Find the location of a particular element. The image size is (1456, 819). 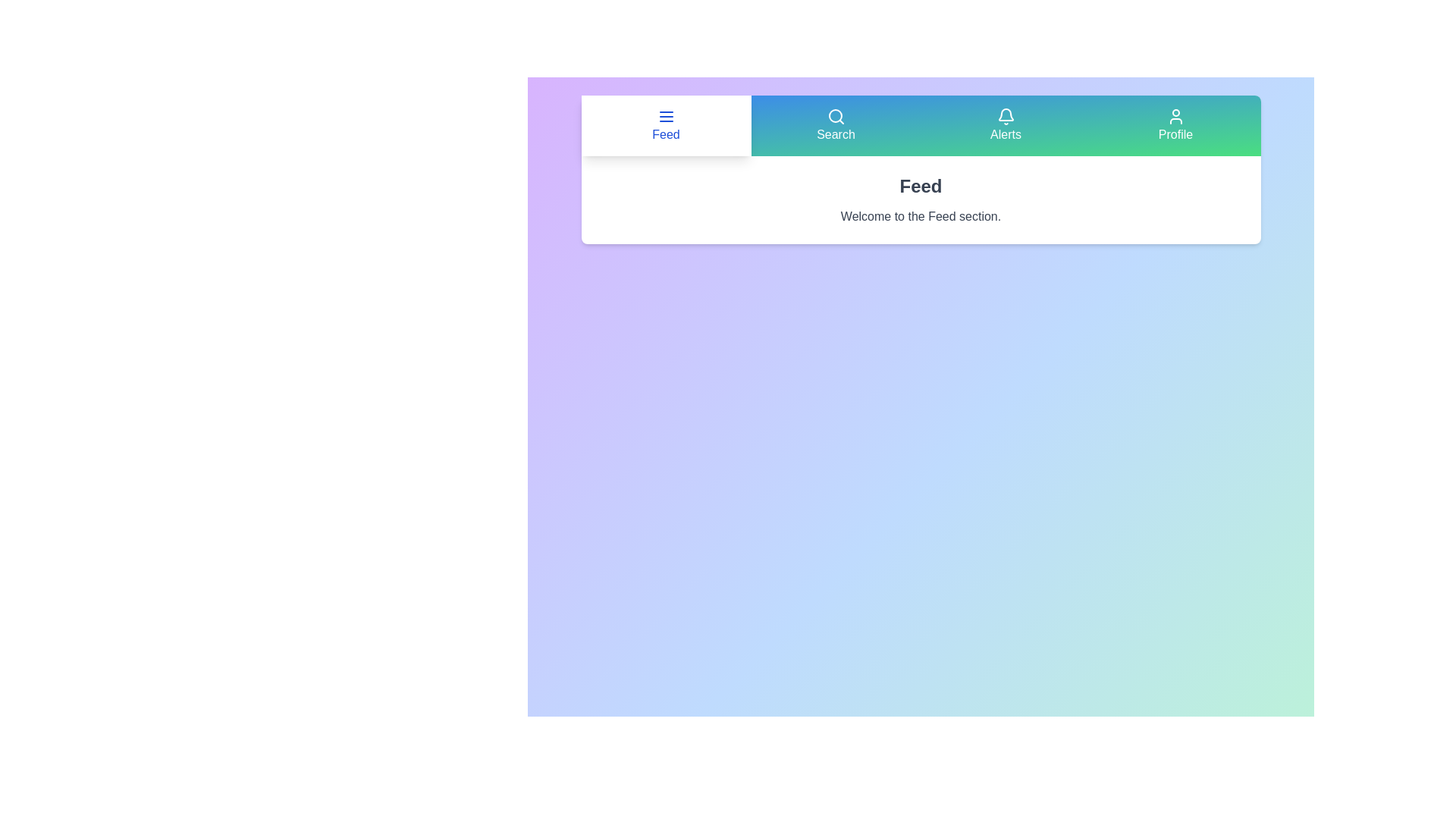

the Search tab is located at coordinates (835, 124).